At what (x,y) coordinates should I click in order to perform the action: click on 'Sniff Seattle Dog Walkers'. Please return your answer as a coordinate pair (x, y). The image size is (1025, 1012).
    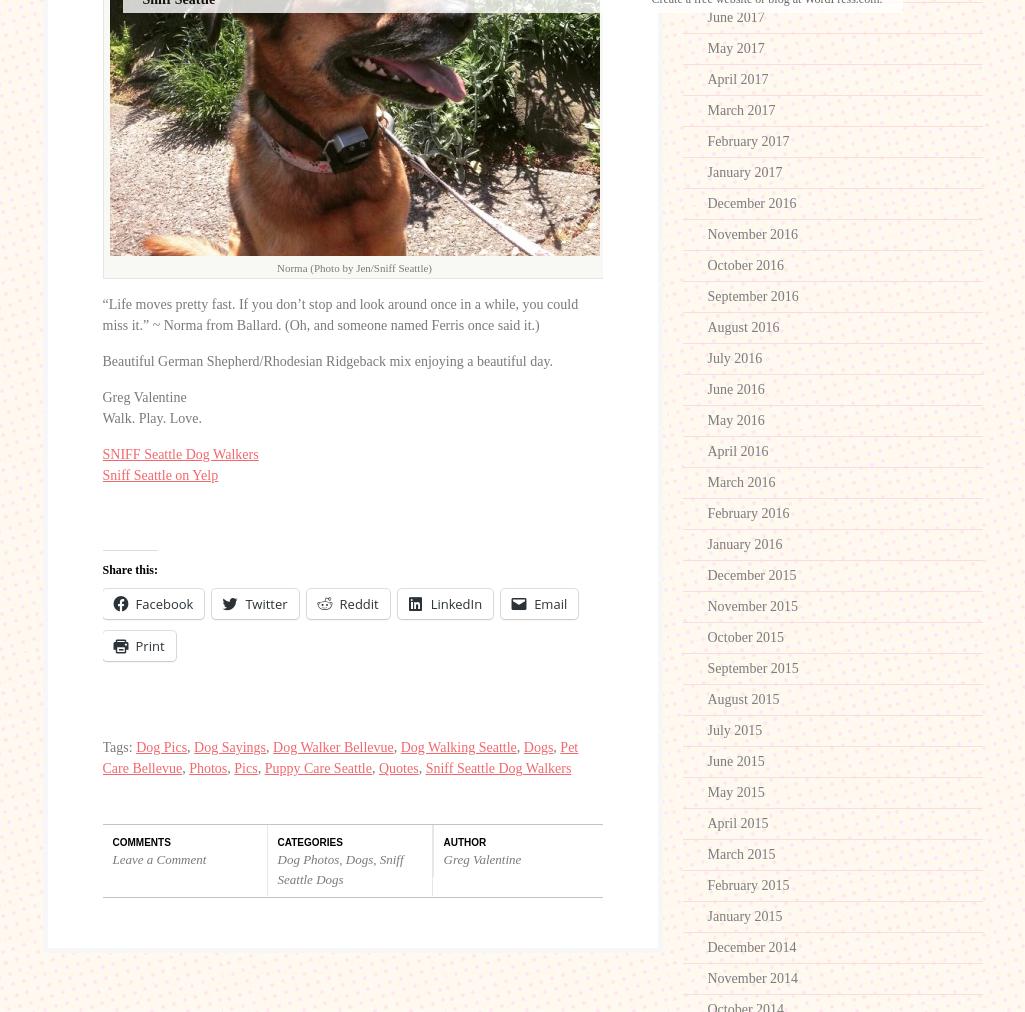
    Looking at the image, I should click on (498, 767).